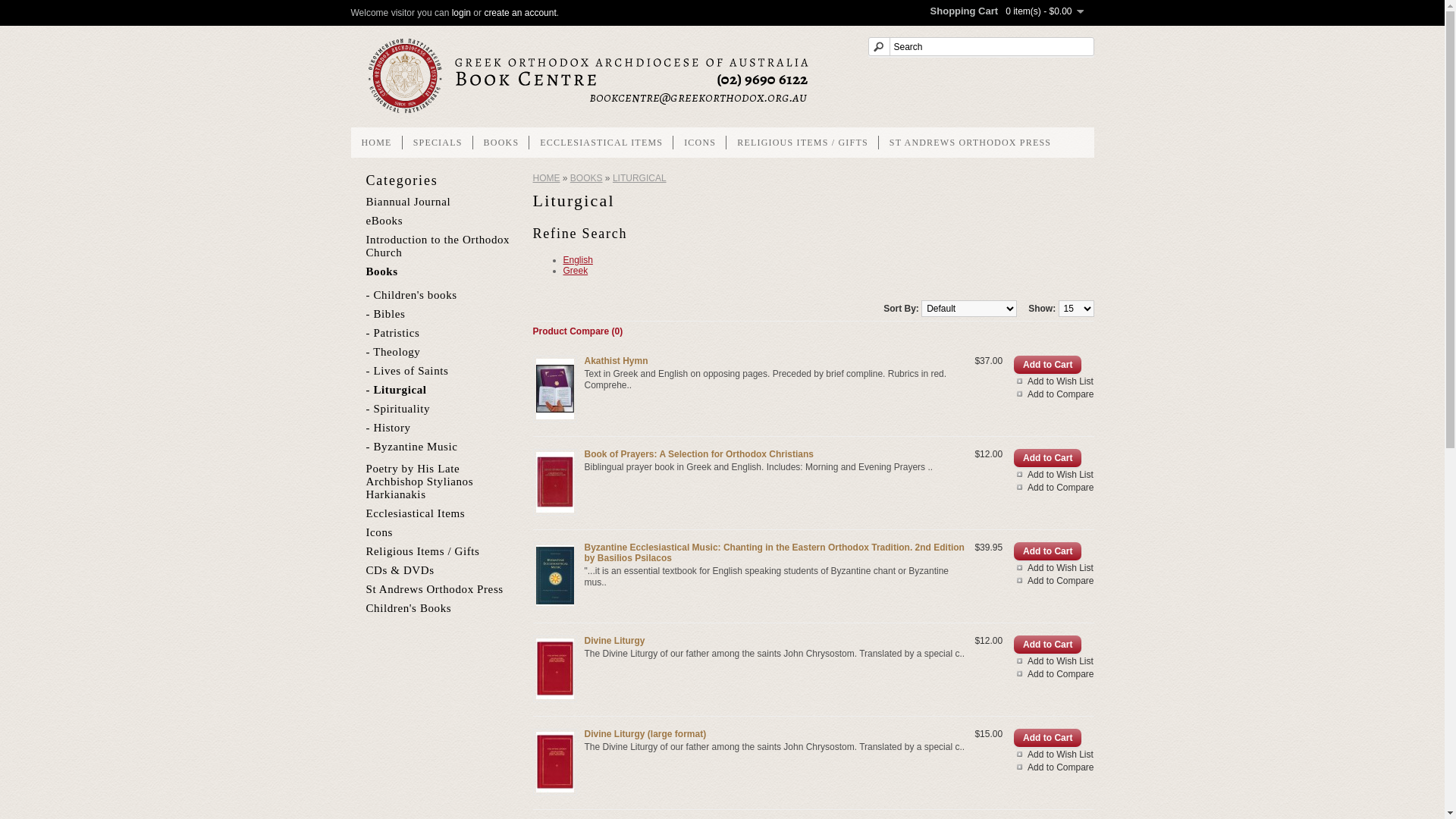 The width and height of the screenshot is (1456, 819). What do you see at coordinates (436, 245) in the screenshot?
I see `'Introduction to the Orthodox Church'` at bounding box center [436, 245].